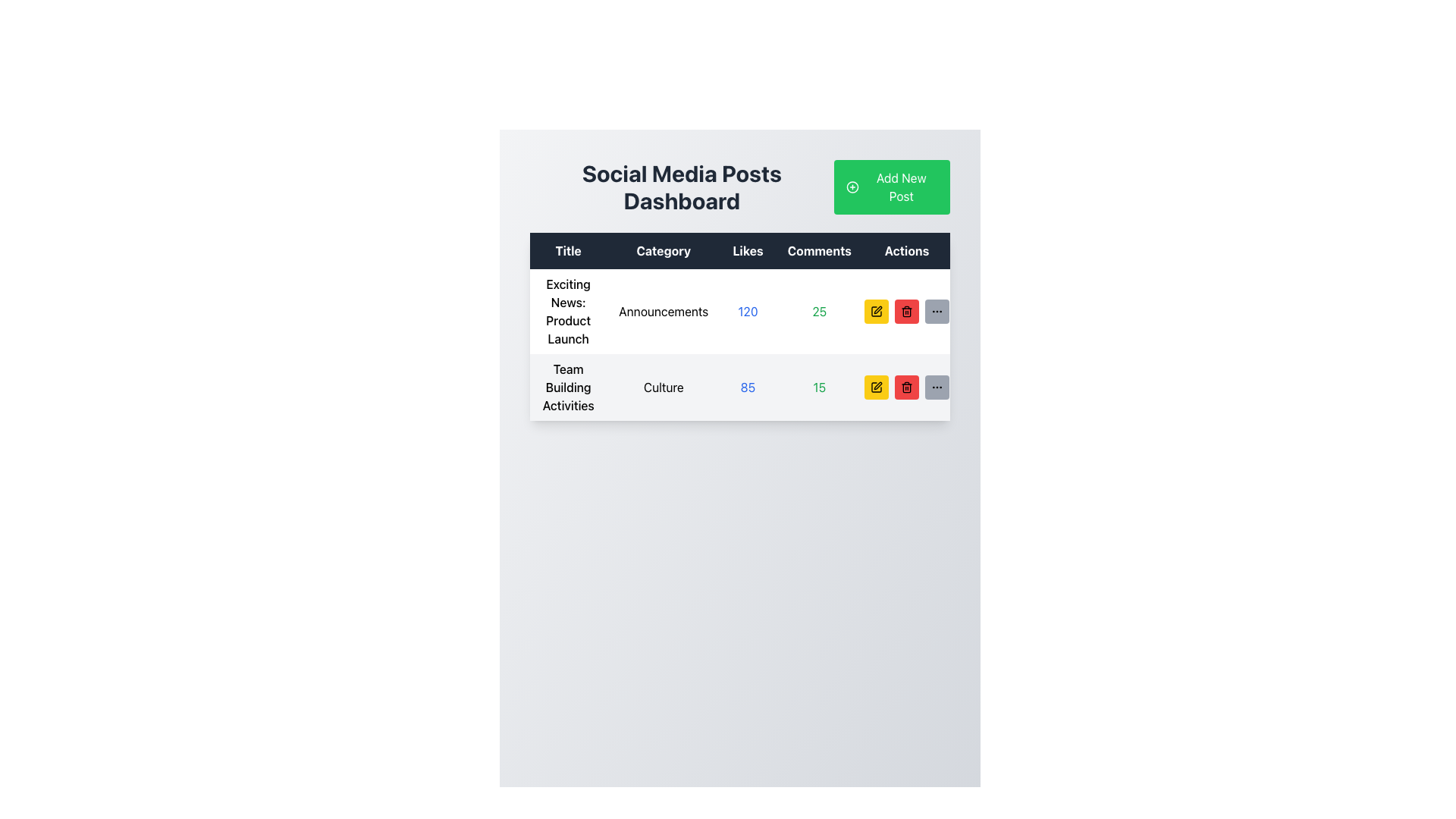 The image size is (1456, 819). Describe the element at coordinates (818, 311) in the screenshot. I see `the comment count display for the post titled 'Exciting News: Product Launch', located in the 'Comments' column of the first row in the 'Social Media Posts Dashboard'` at that location.